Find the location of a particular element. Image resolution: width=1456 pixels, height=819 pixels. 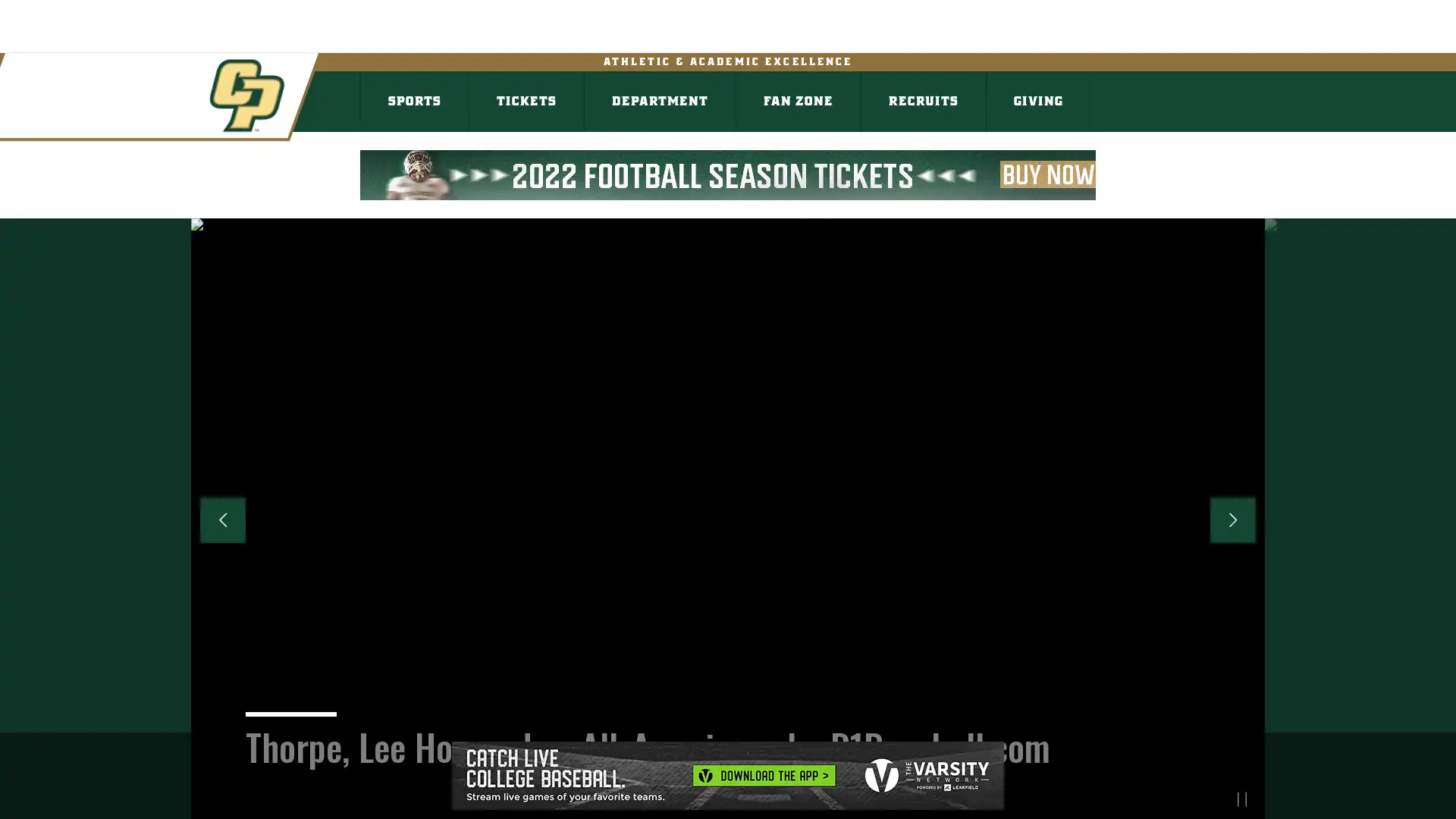

Toggle game links is located at coordinates (17, 40).